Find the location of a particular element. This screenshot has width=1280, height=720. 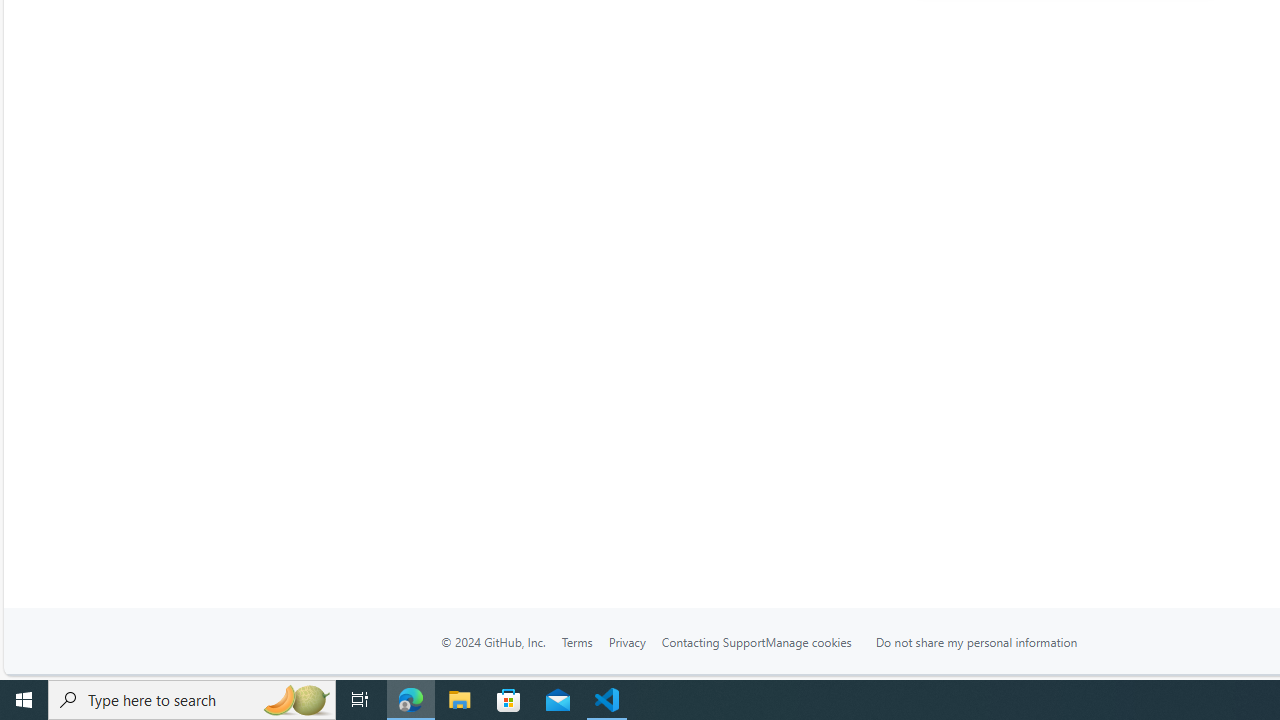

'Manage cookiesDo not share my personal information' is located at coordinates (932, 641).